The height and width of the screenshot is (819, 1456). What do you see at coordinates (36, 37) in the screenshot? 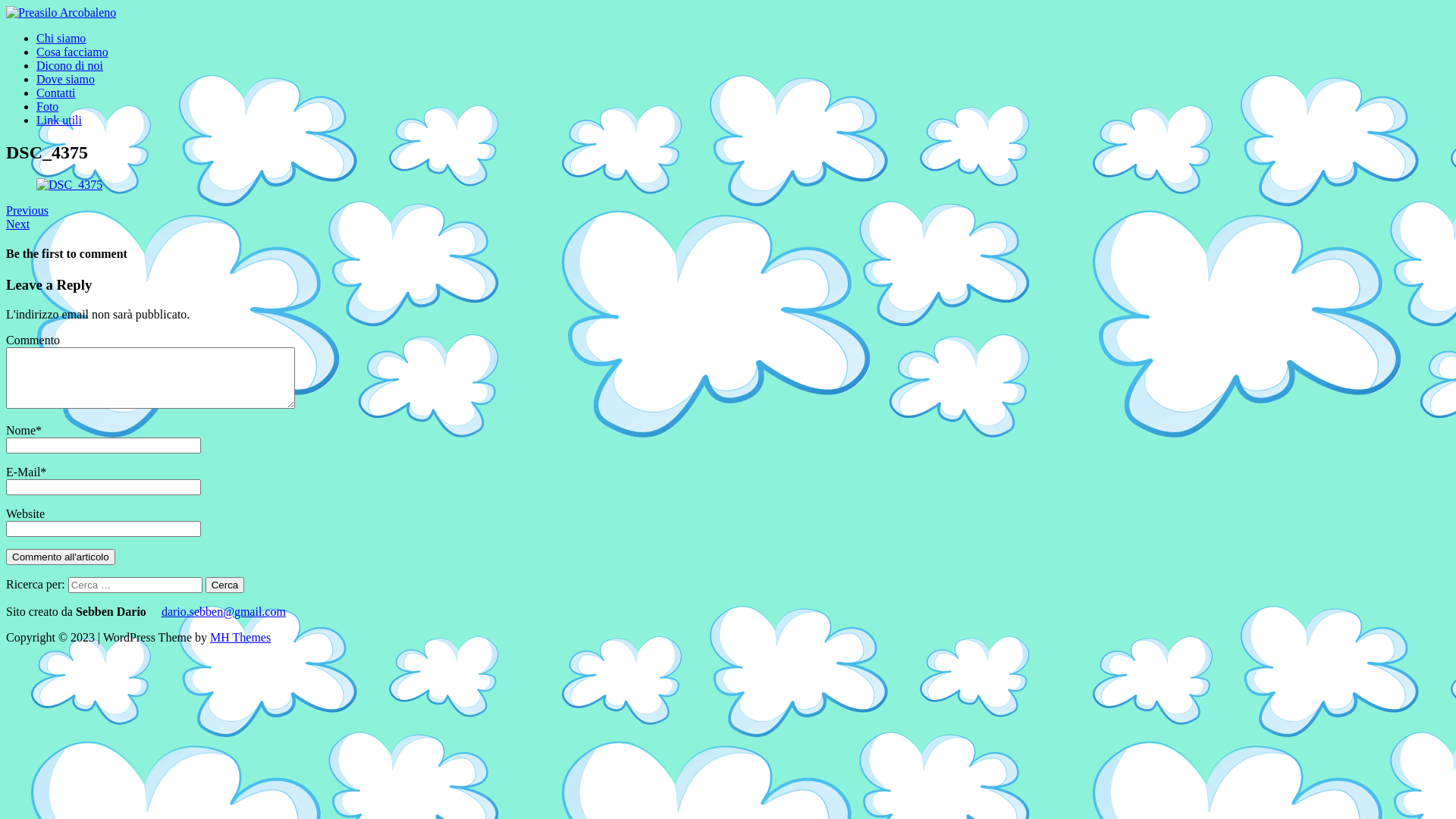
I see `'Chi siamo'` at bounding box center [36, 37].